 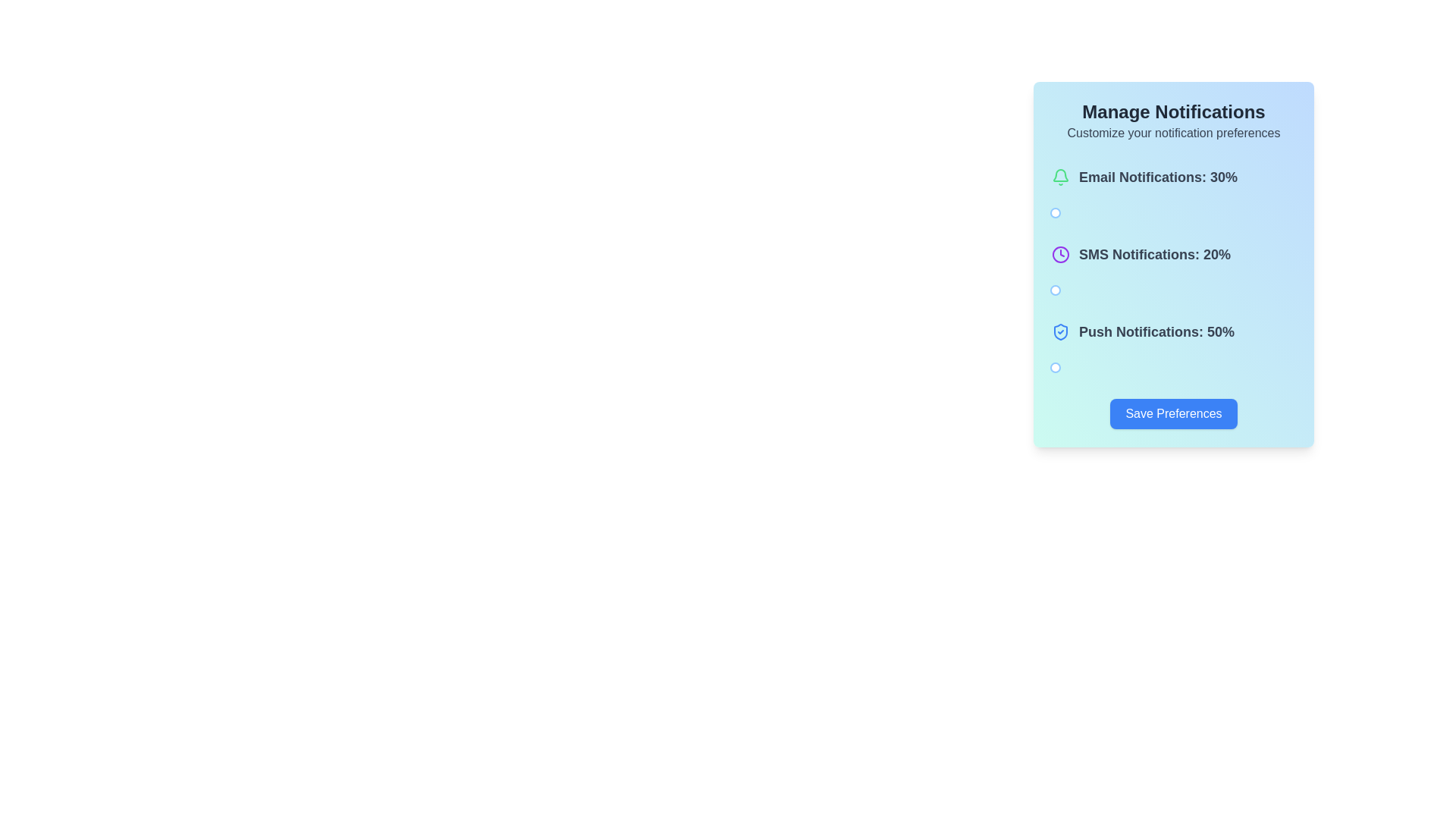 I want to click on Email Notifications, so click(x=1114, y=213).